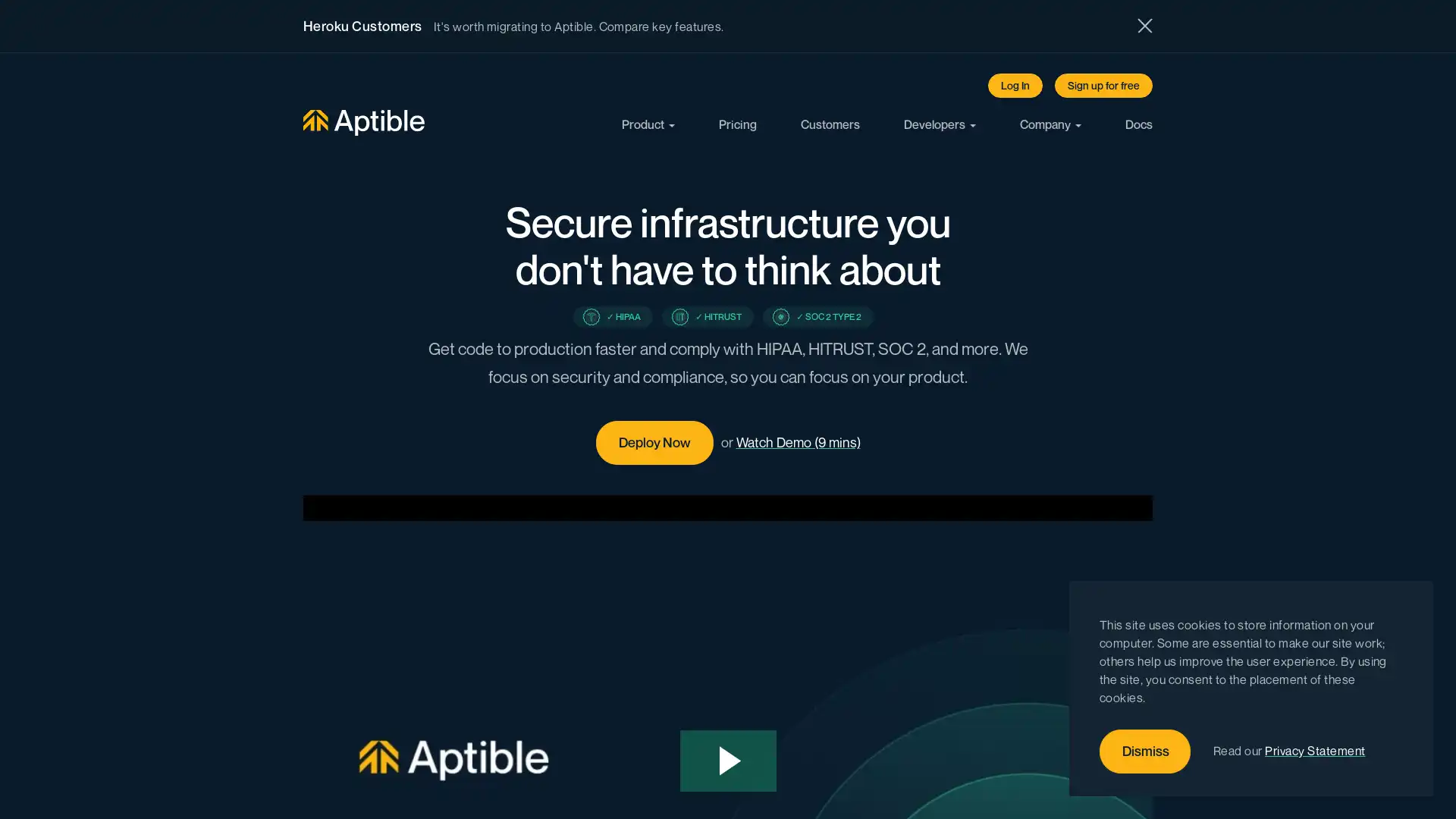 The width and height of the screenshot is (1456, 819). I want to click on Deploy Now, so click(654, 442).